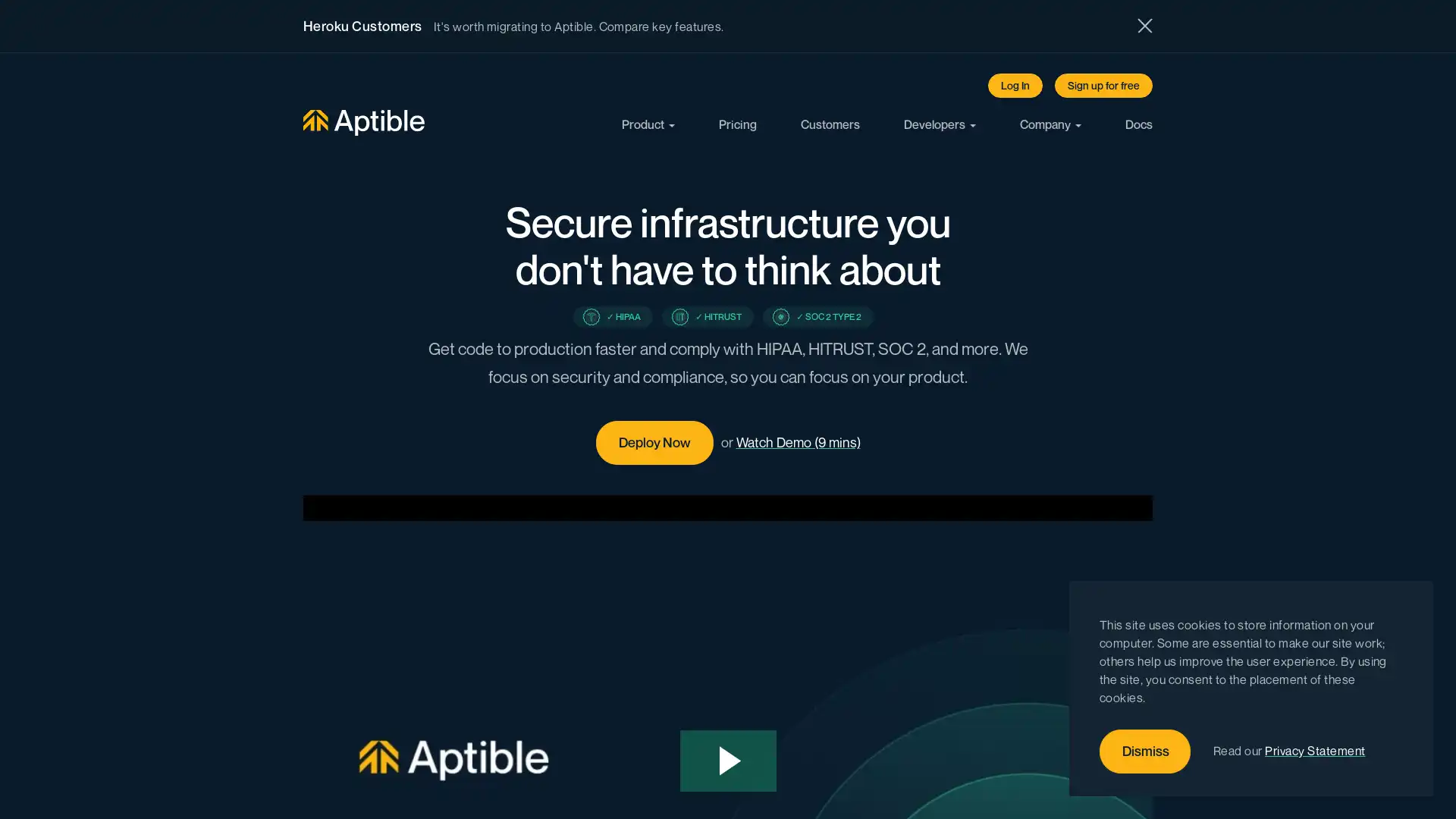 The width and height of the screenshot is (1456, 819). I want to click on Deploy Now, so click(654, 442).